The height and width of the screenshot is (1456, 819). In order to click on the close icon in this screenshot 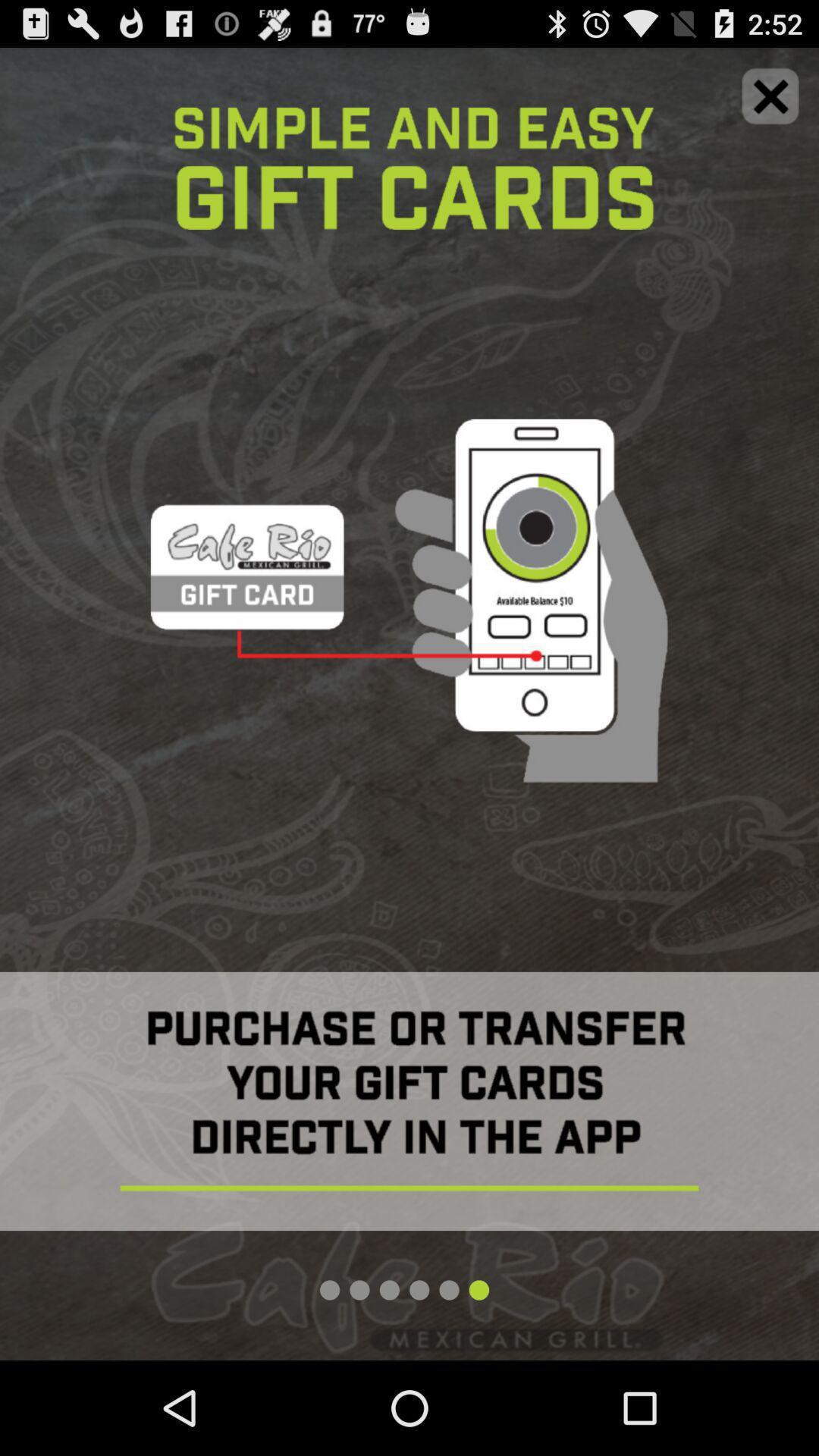, I will do `click(770, 102)`.